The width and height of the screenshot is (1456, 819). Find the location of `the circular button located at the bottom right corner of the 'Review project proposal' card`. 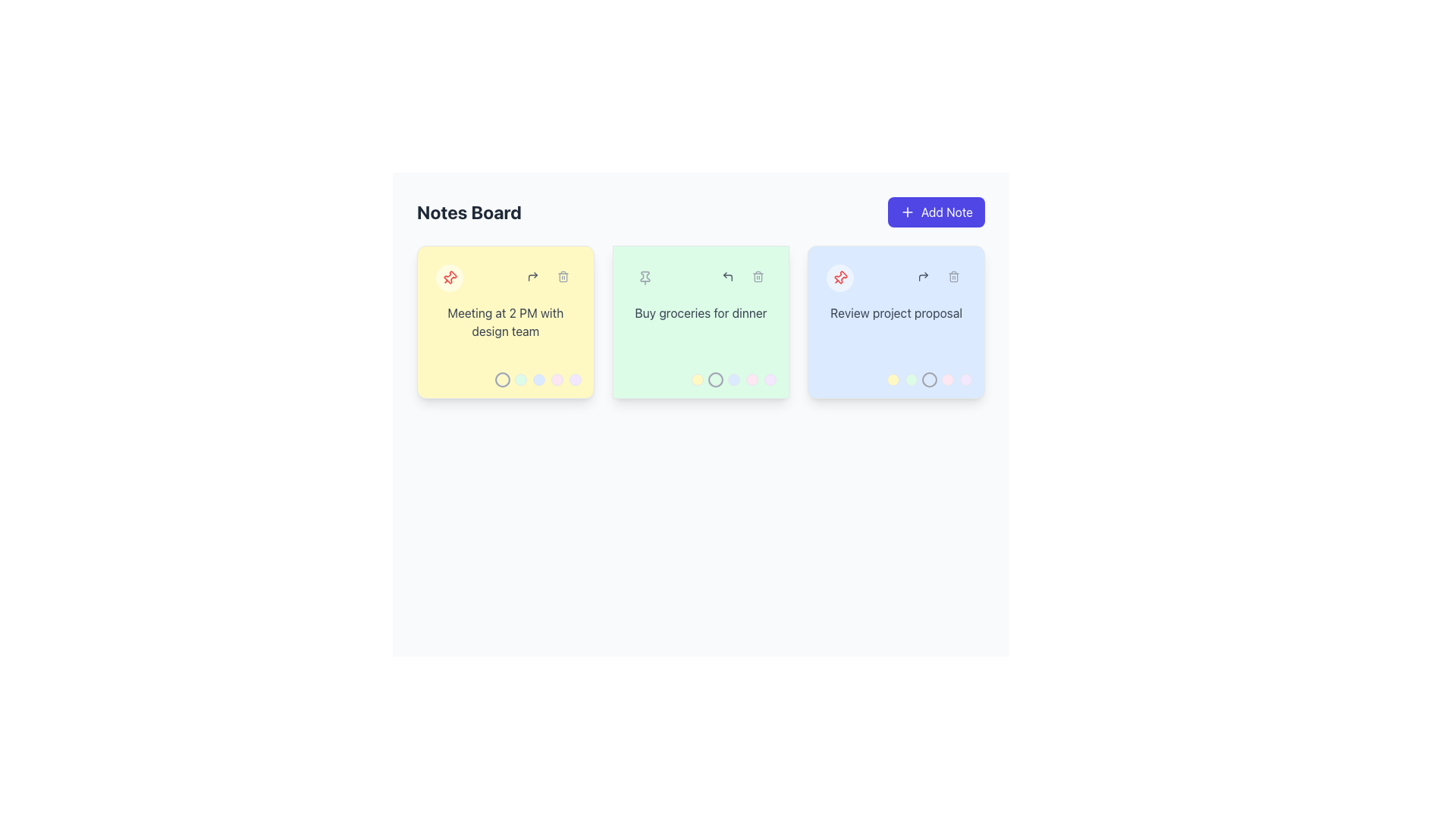

the circular button located at the bottom right corner of the 'Review project proposal' card is located at coordinates (928, 379).